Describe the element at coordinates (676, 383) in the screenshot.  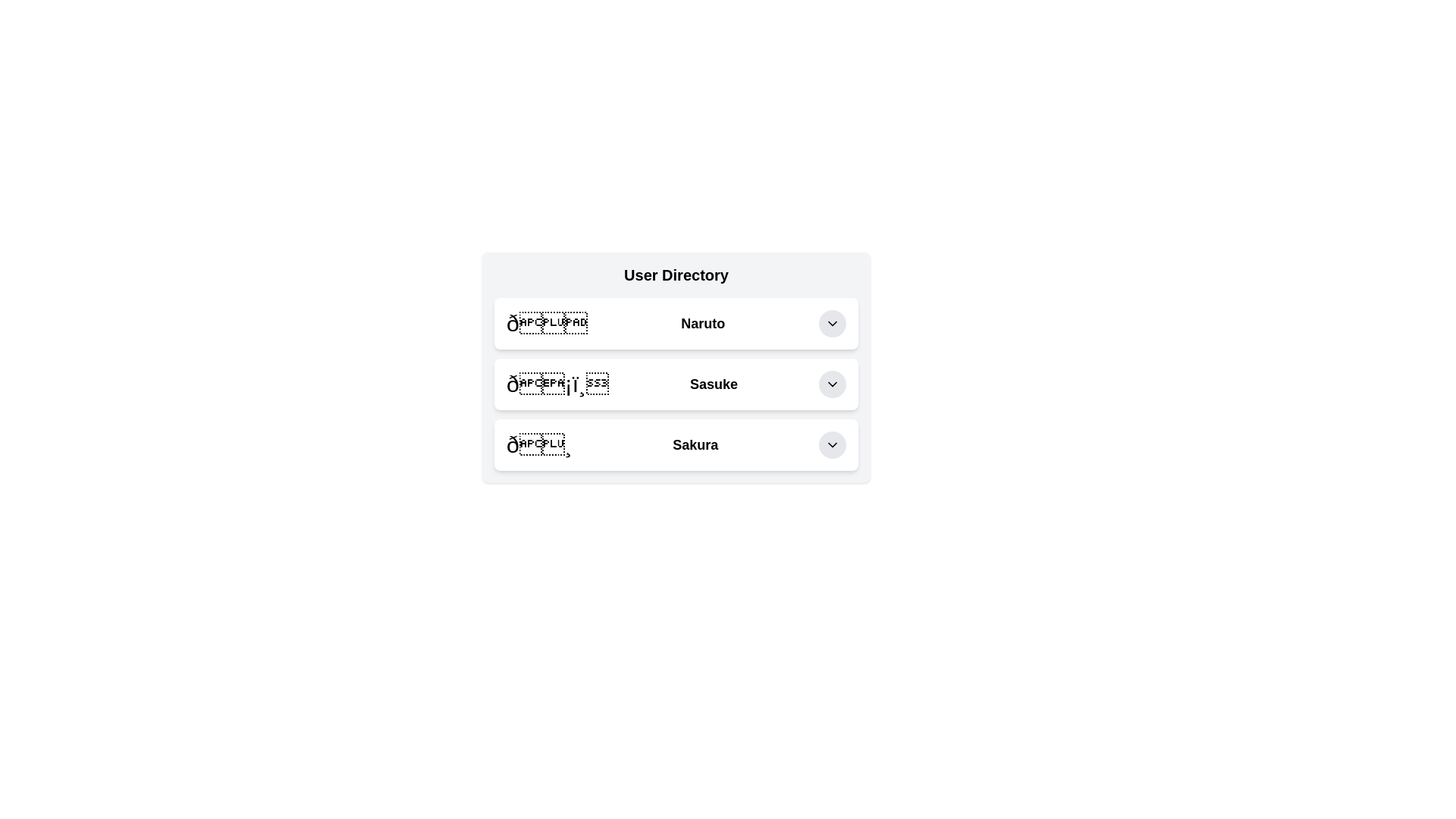
I see `the name 'Sasuke' in the User Directory list item` at that location.